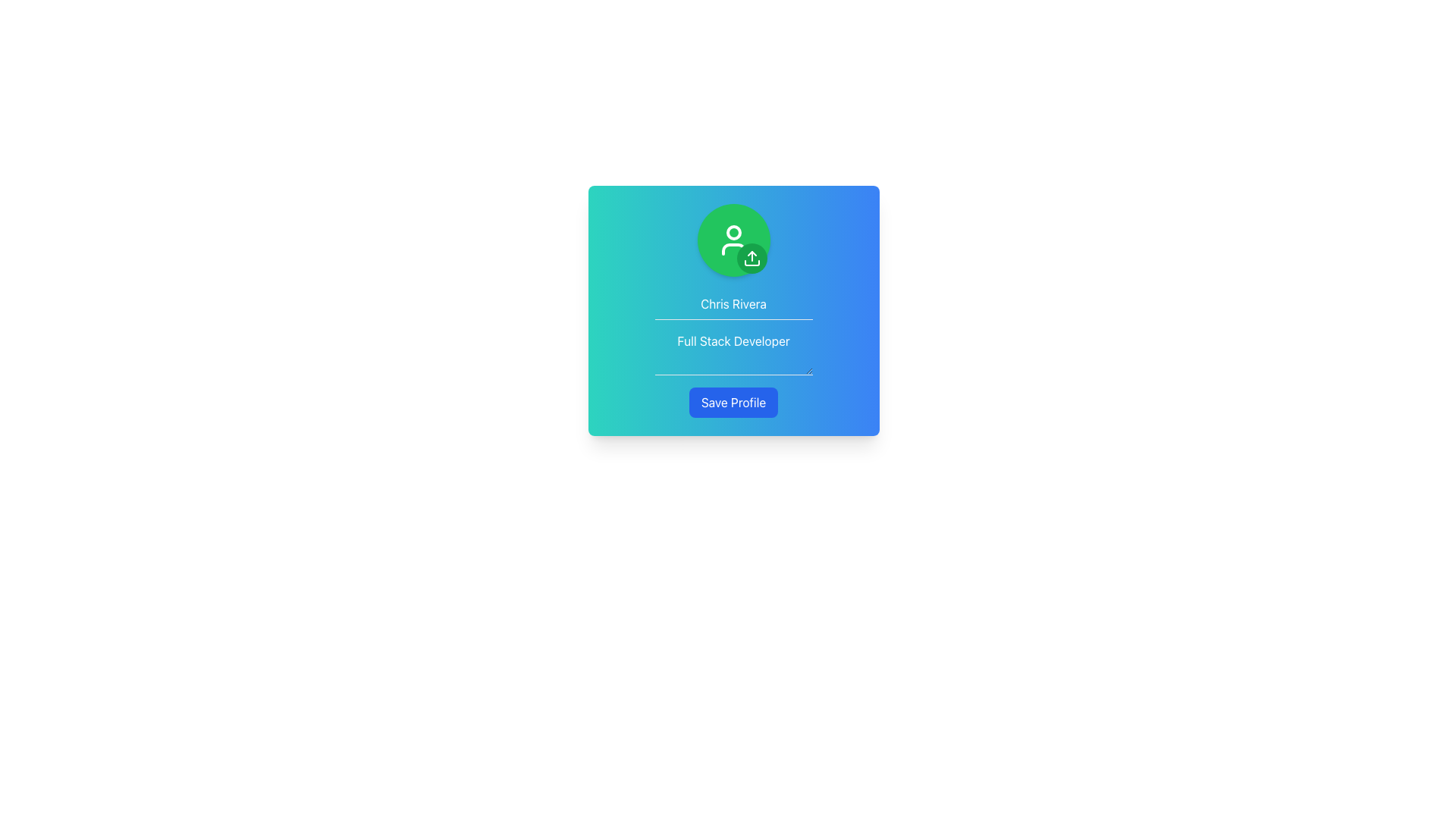  I want to click on the decorative circular shape within the SVG graphic that represents the user profile icon, located centrally within the green circular profile area, so click(733, 233).